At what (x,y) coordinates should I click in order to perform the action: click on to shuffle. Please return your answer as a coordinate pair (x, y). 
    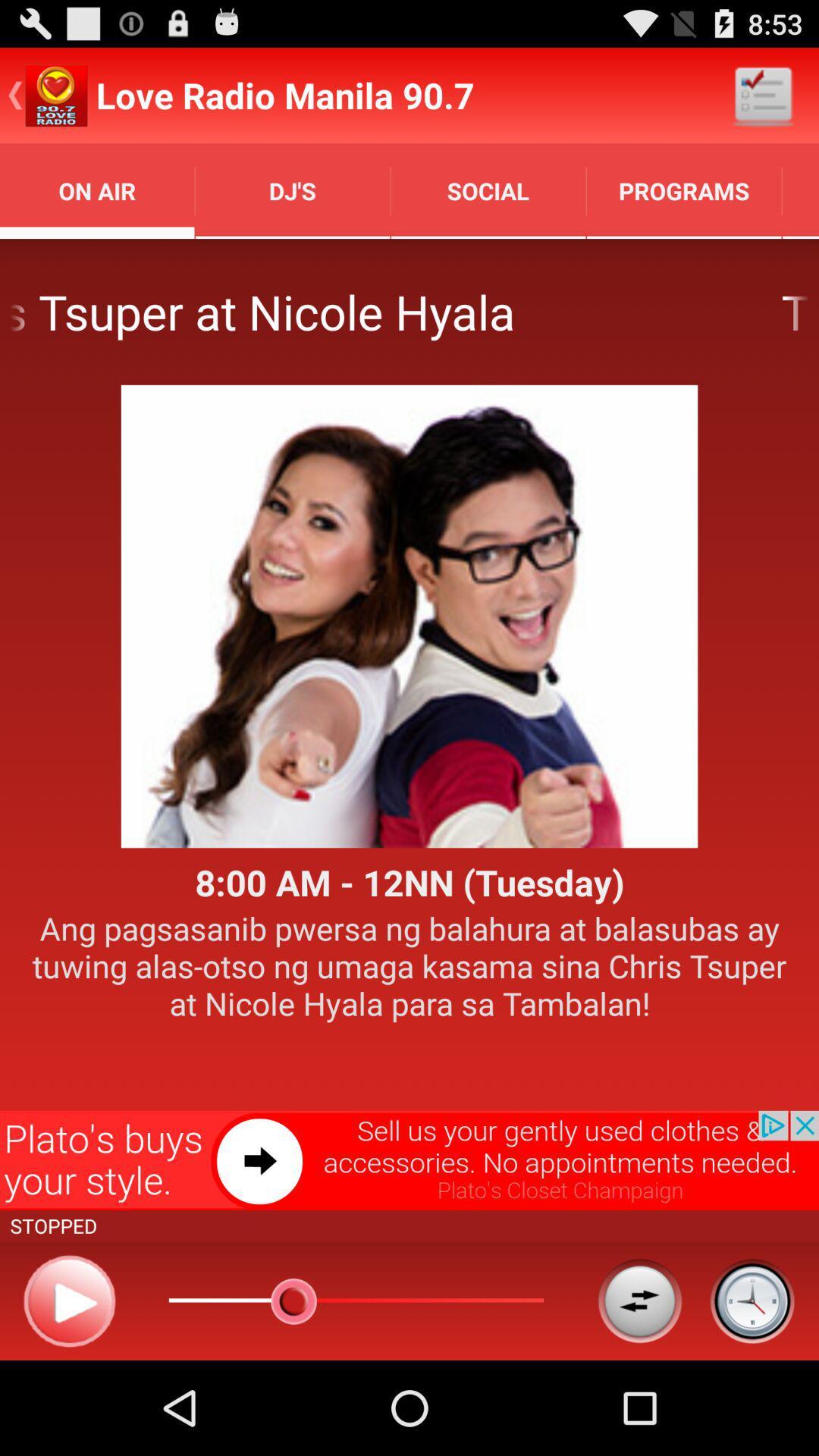
    Looking at the image, I should click on (639, 1300).